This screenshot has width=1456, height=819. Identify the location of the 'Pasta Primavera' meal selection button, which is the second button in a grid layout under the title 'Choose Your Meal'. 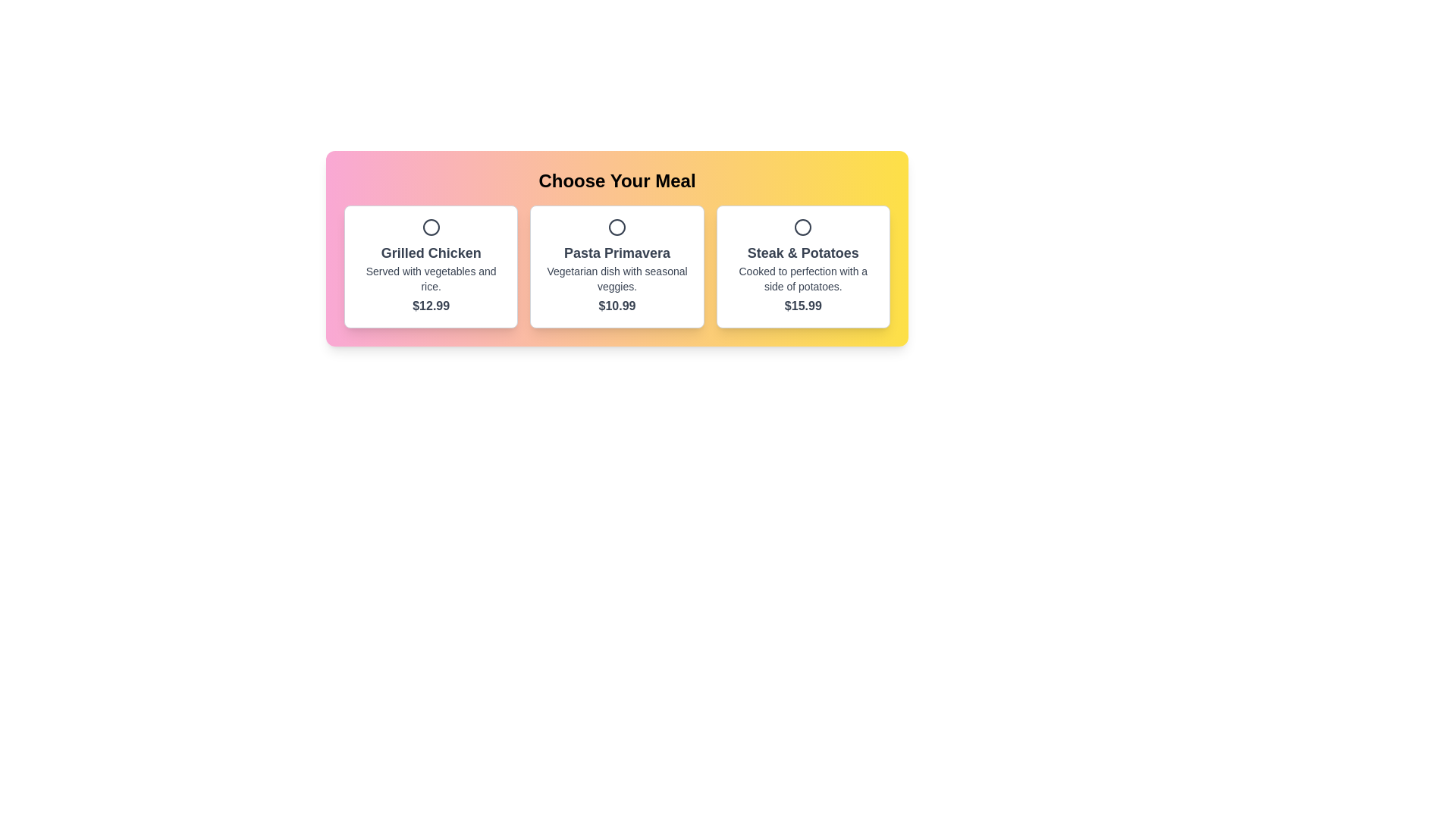
(617, 265).